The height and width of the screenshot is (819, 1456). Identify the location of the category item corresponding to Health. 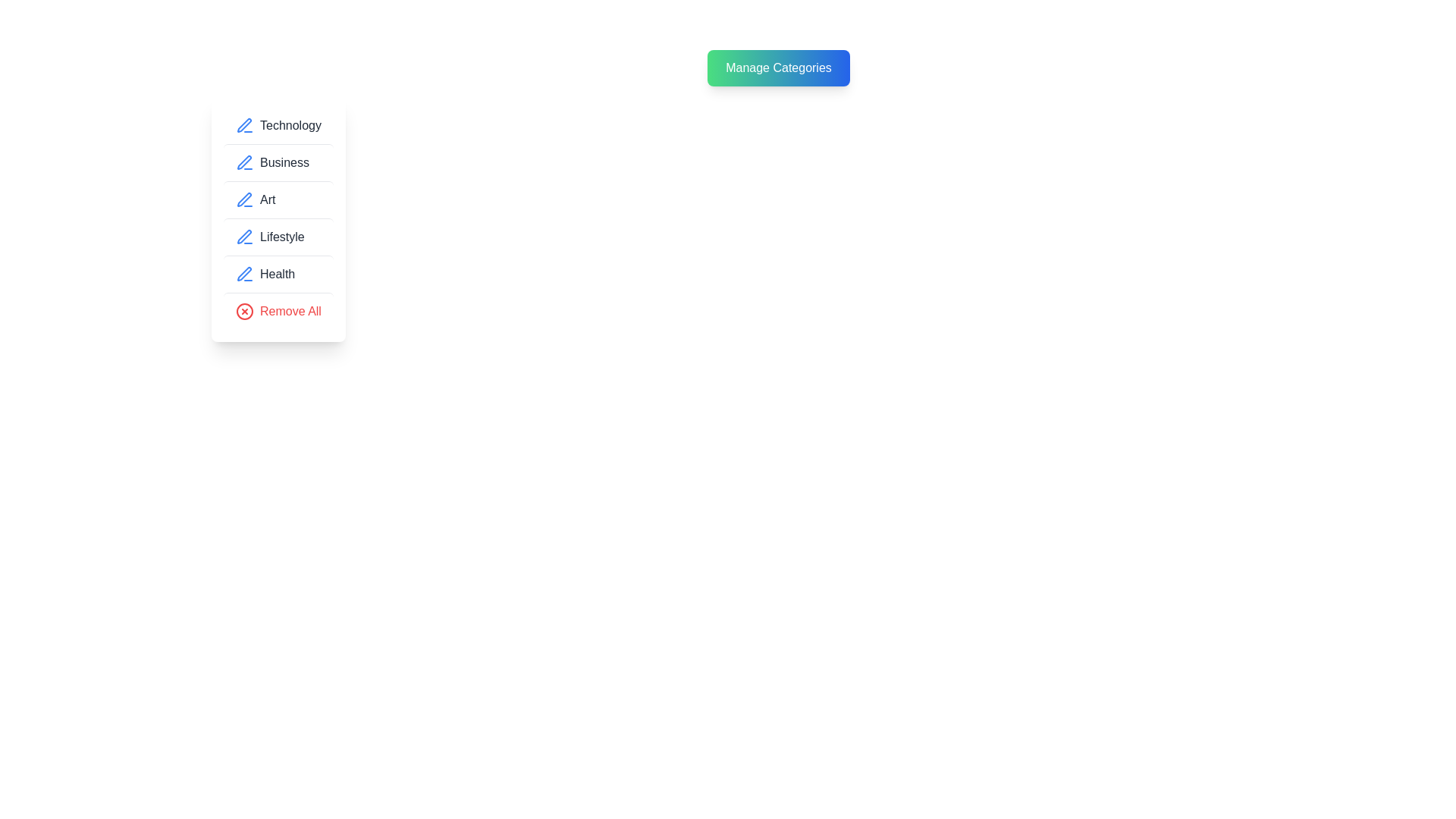
(278, 274).